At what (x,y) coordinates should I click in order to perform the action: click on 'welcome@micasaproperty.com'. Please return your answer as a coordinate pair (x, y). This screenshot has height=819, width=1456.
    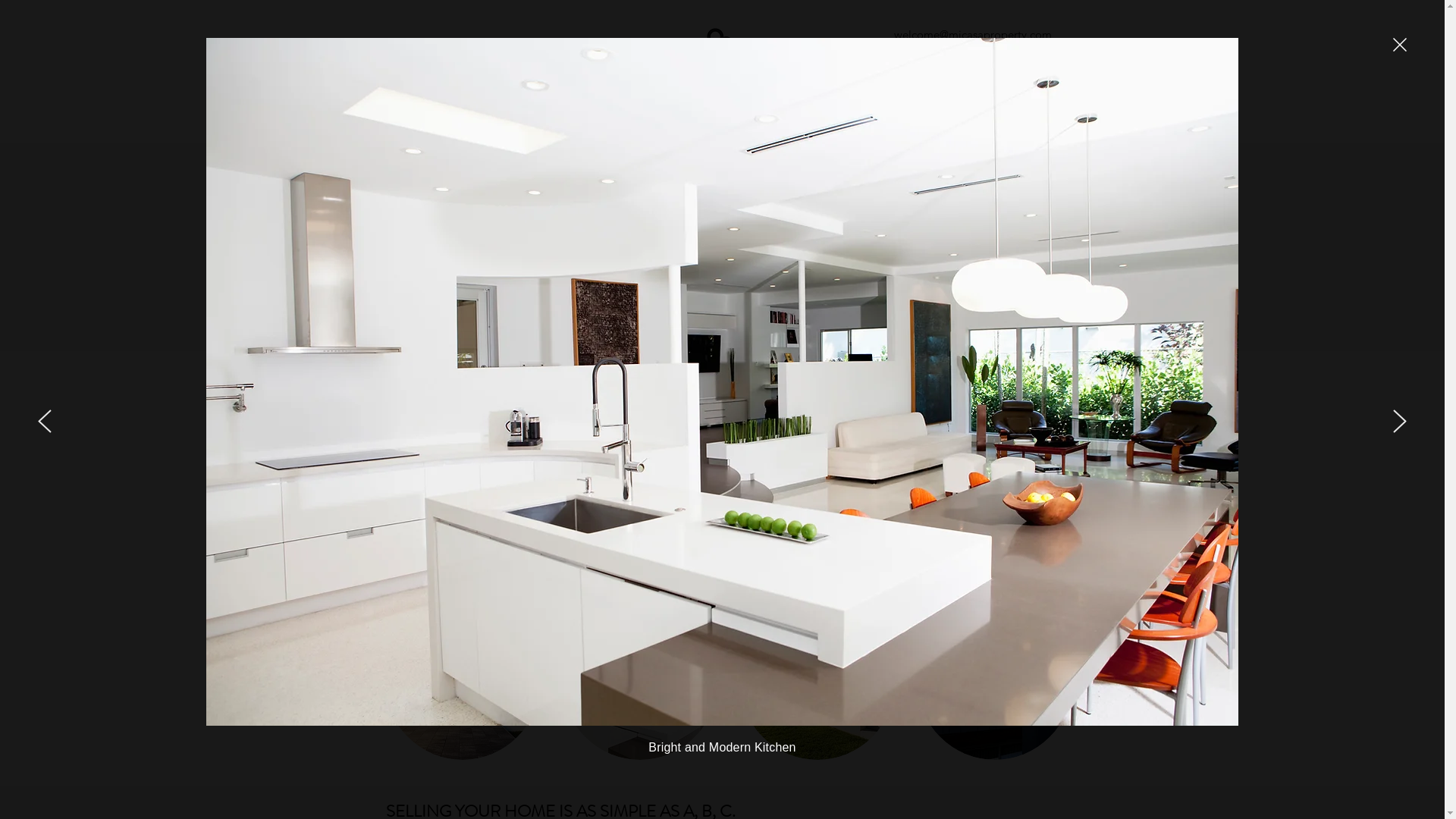
    Looking at the image, I should click on (972, 34).